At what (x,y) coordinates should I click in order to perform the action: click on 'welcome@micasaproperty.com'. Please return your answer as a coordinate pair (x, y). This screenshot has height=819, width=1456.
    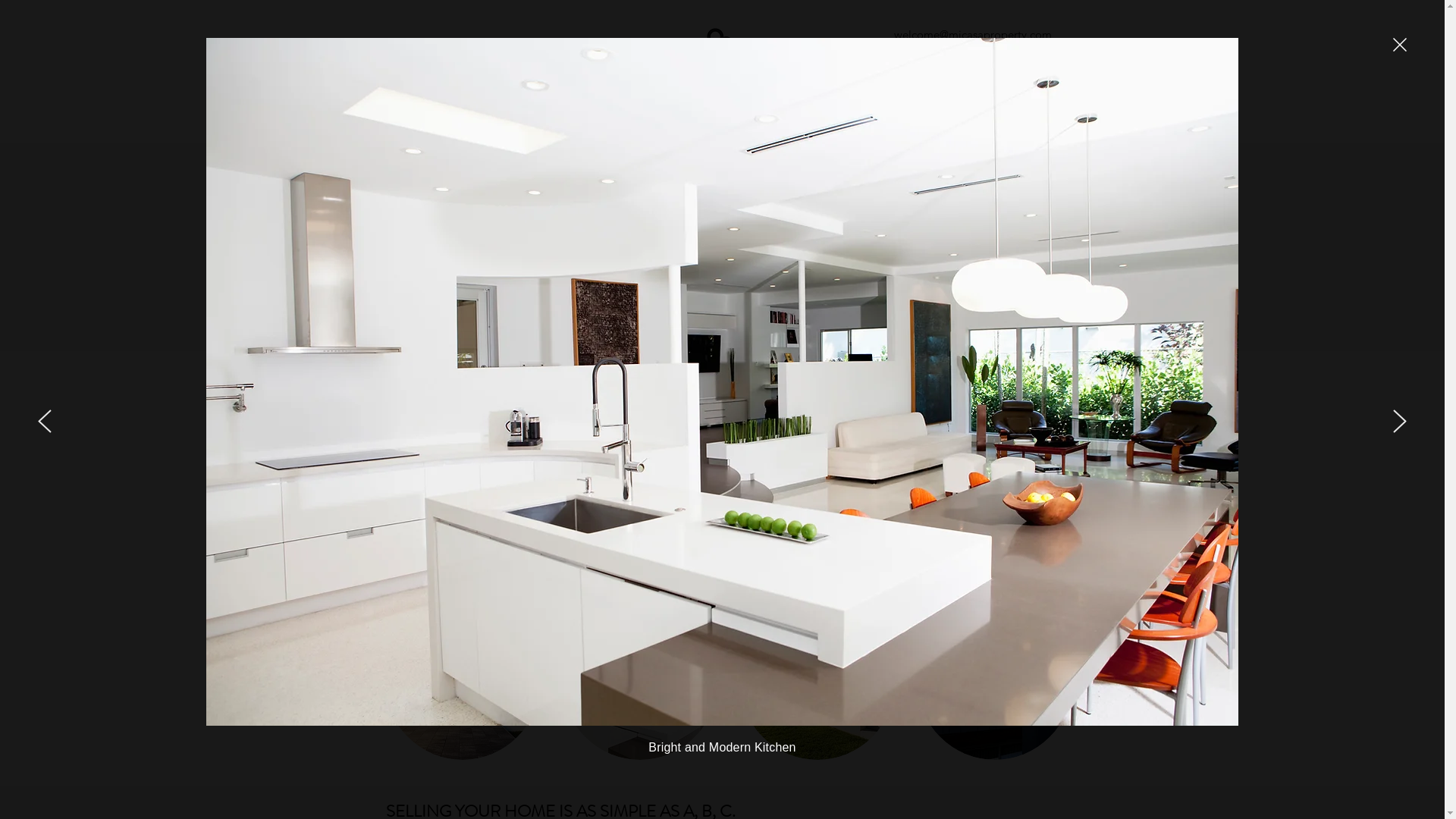
    Looking at the image, I should click on (972, 34).